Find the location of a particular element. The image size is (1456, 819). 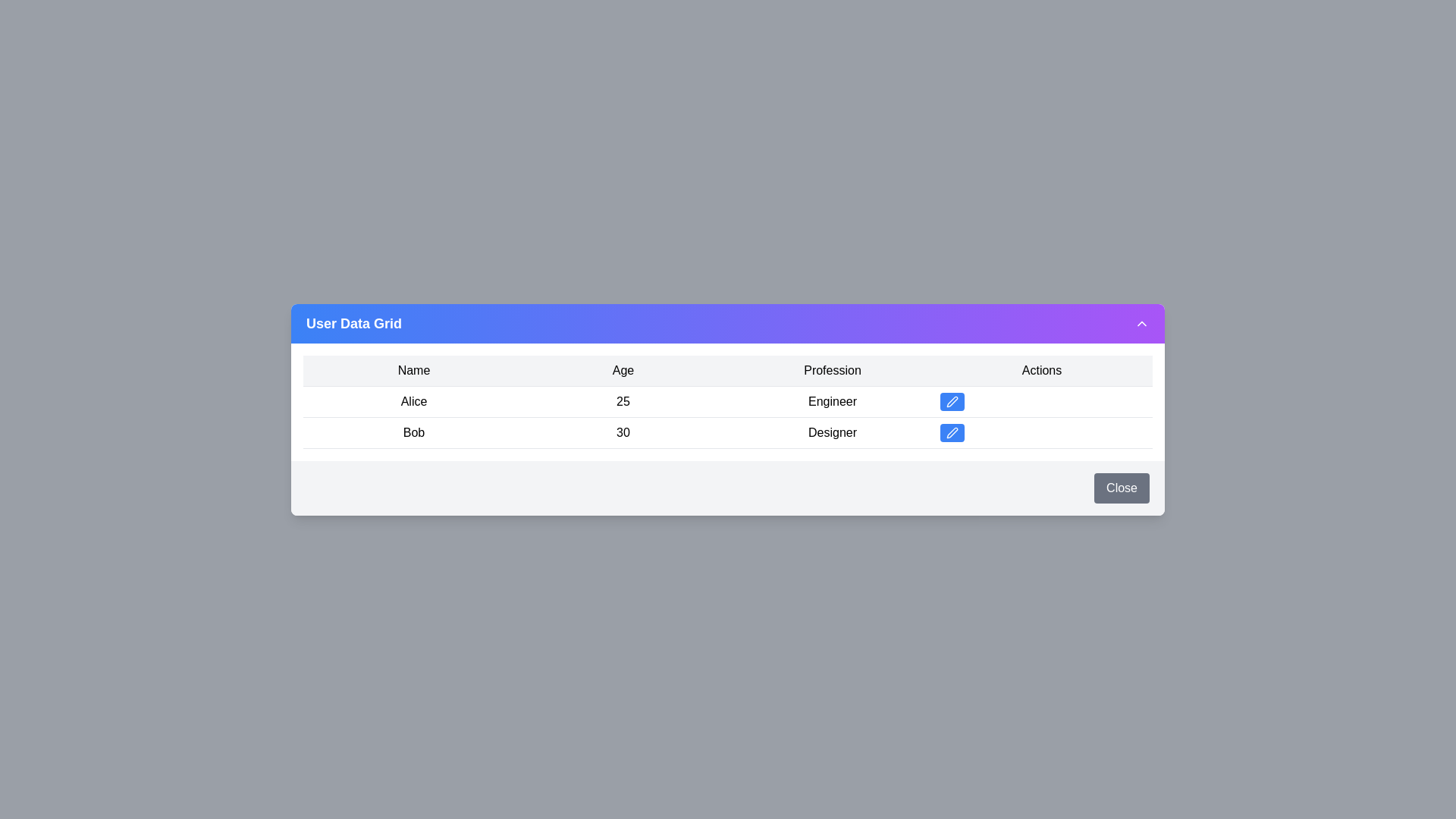

text displayed in the text label showing 'Designer' in bold black typography, located in the third column of the second row corresponding to user 'Bob, 30.' is located at coordinates (832, 432).